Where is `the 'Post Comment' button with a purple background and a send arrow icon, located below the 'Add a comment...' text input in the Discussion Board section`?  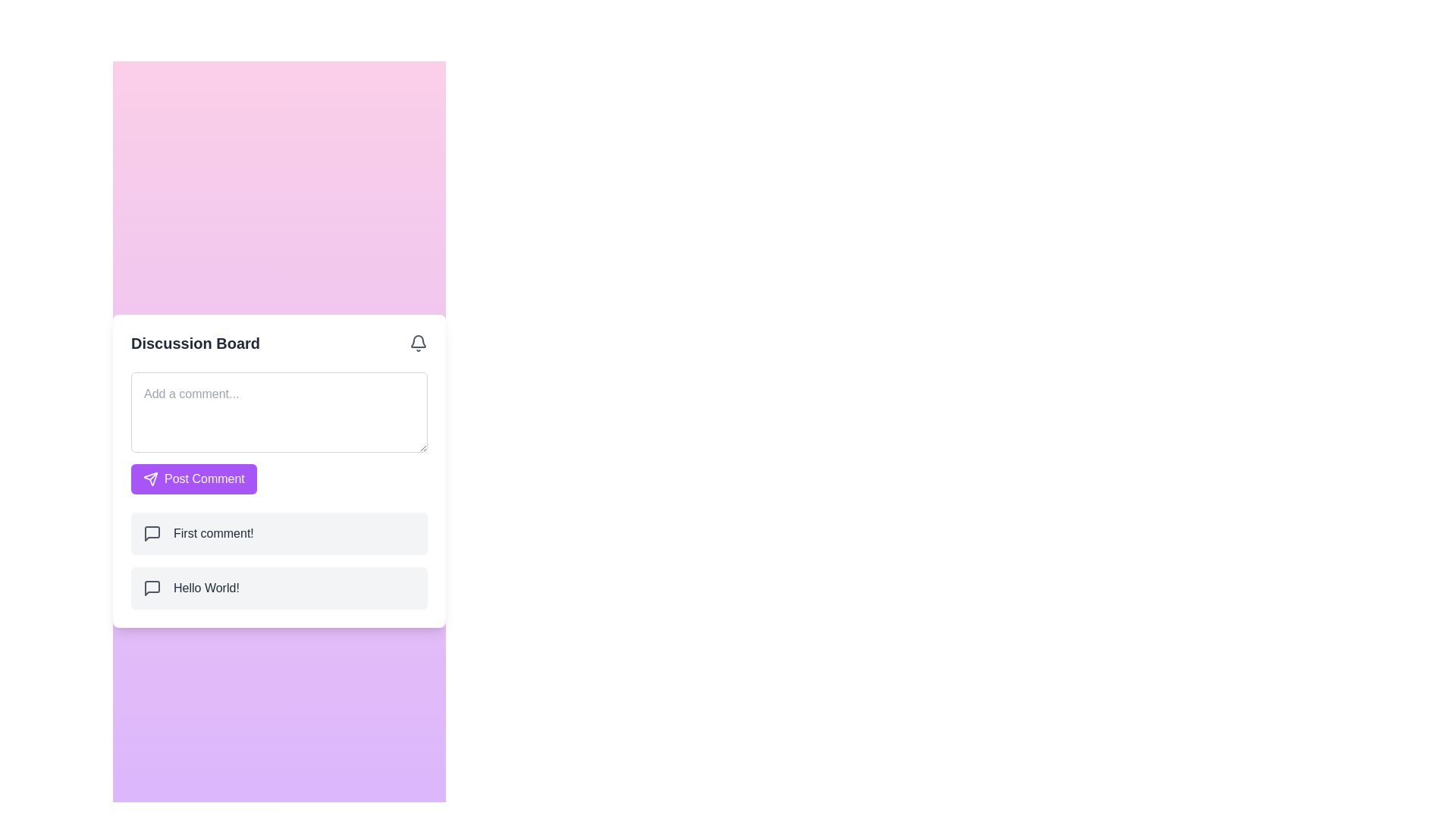
the 'Post Comment' button with a purple background and a send arrow icon, located below the 'Add a comment...' text input in the Discussion Board section is located at coordinates (193, 479).